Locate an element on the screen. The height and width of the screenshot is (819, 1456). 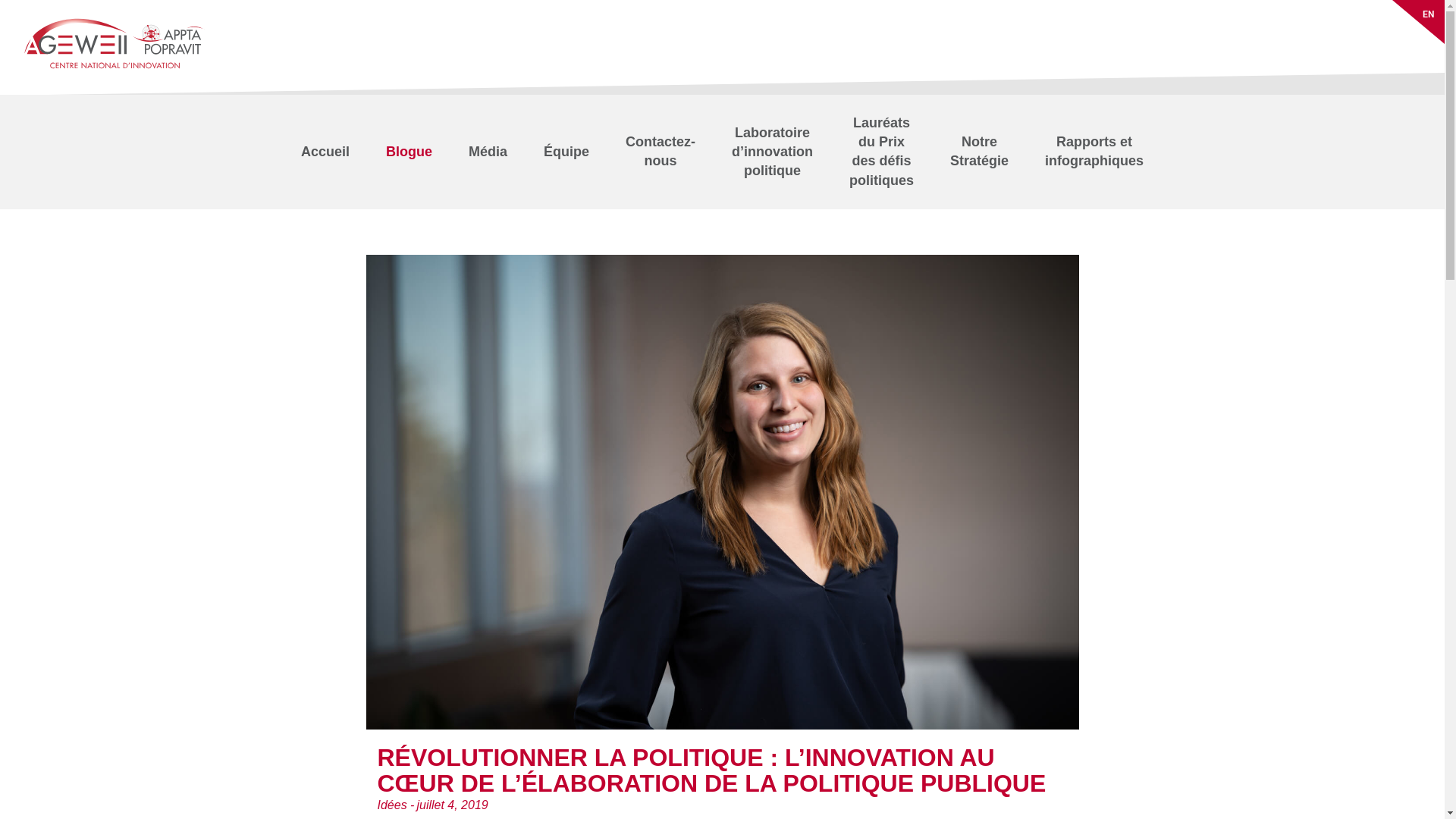
'Rapports et infographiques' is located at coordinates (1094, 152).